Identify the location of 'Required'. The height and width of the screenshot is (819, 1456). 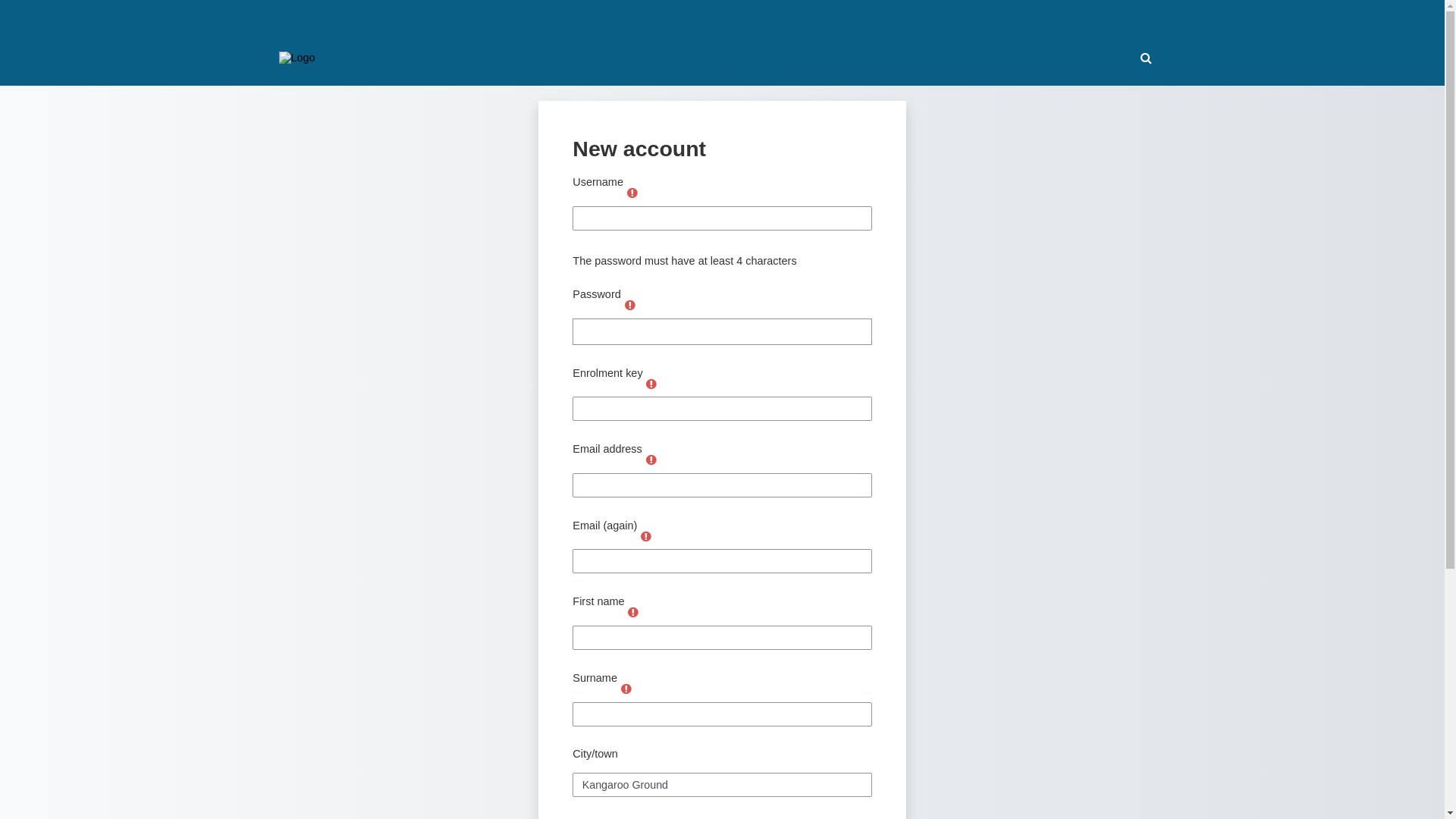
(632, 190).